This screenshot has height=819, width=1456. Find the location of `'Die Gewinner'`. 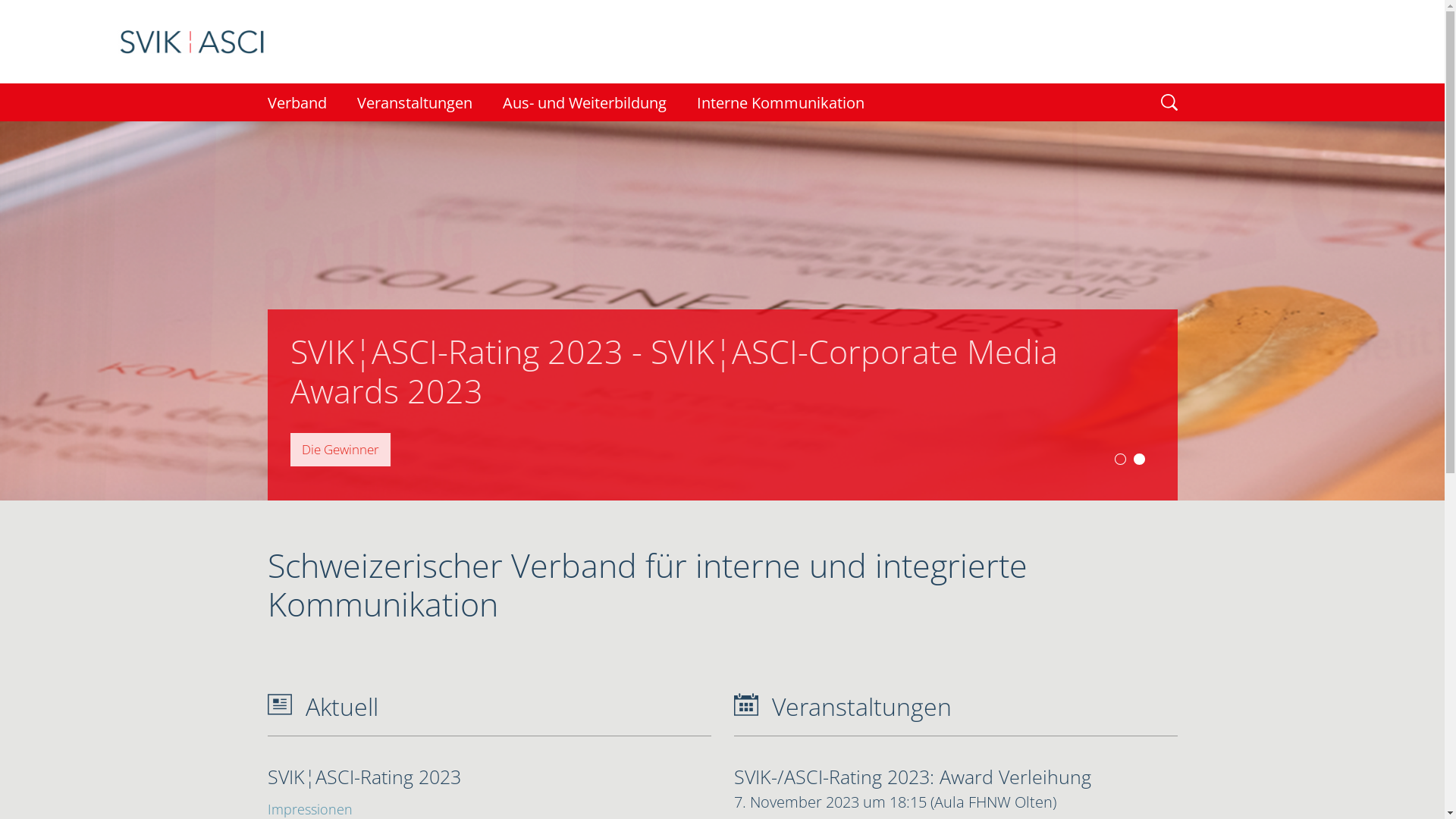

'Die Gewinner' is located at coordinates (338, 449).